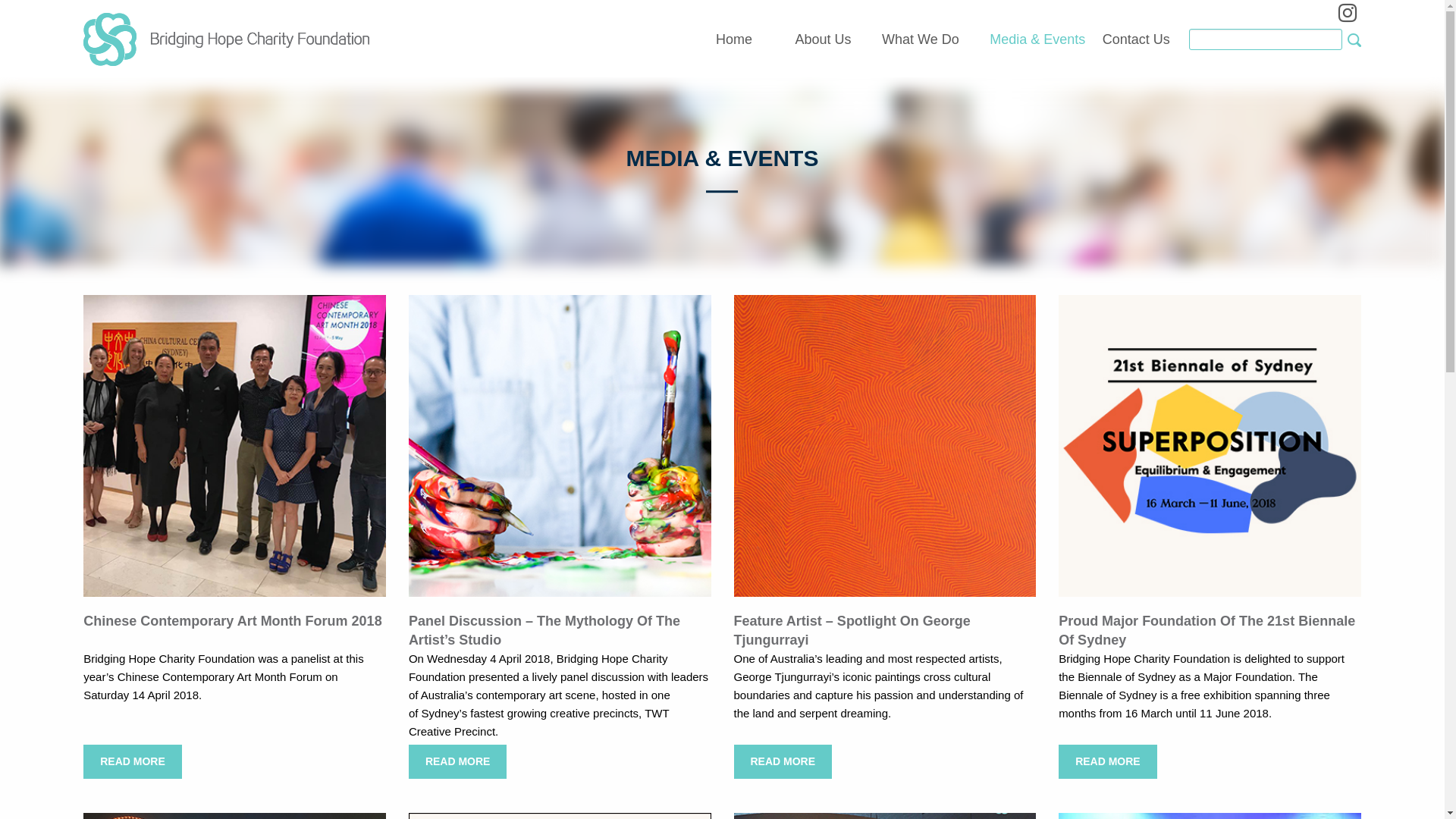 Image resolution: width=1456 pixels, height=819 pixels. Describe the element at coordinates (1037, 39) in the screenshot. I see `'Media & Events'` at that location.